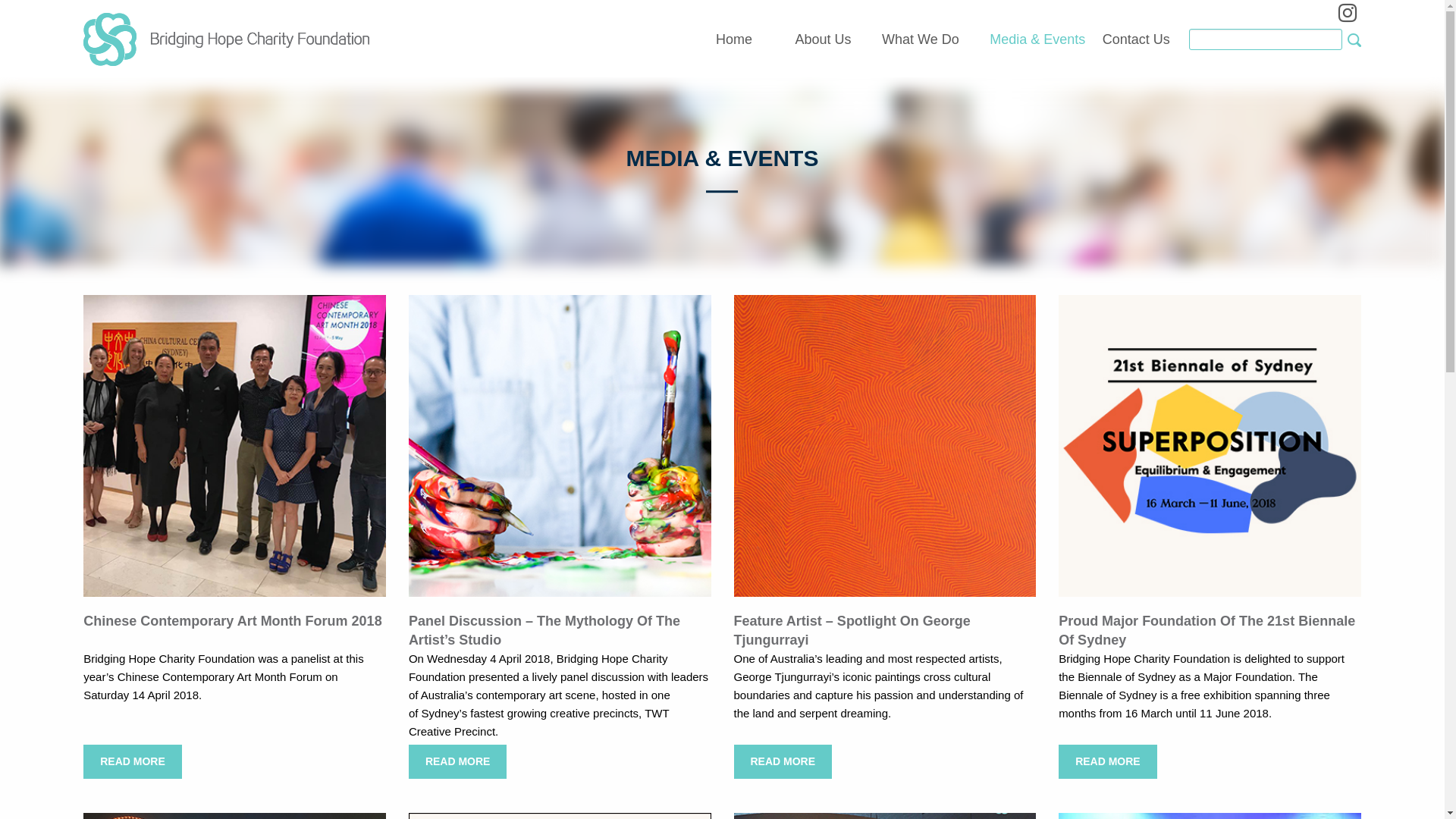 Image resolution: width=1456 pixels, height=819 pixels. Describe the element at coordinates (1037, 39) in the screenshot. I see `'Media & Events'` at that location.